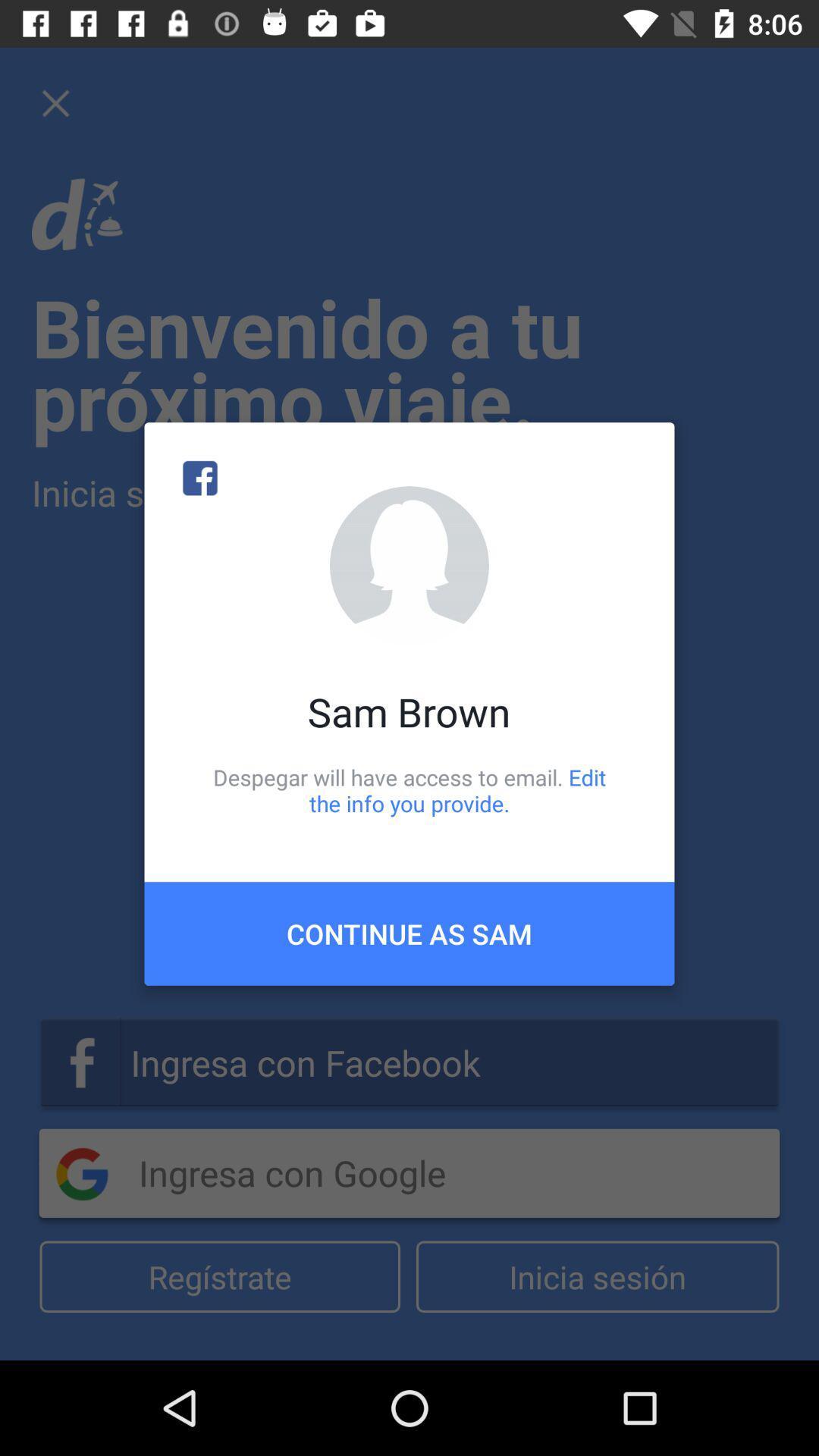  Describe the element at coordinates (409, 789) in the screenshot. I see `item below the sam brown` at that location.